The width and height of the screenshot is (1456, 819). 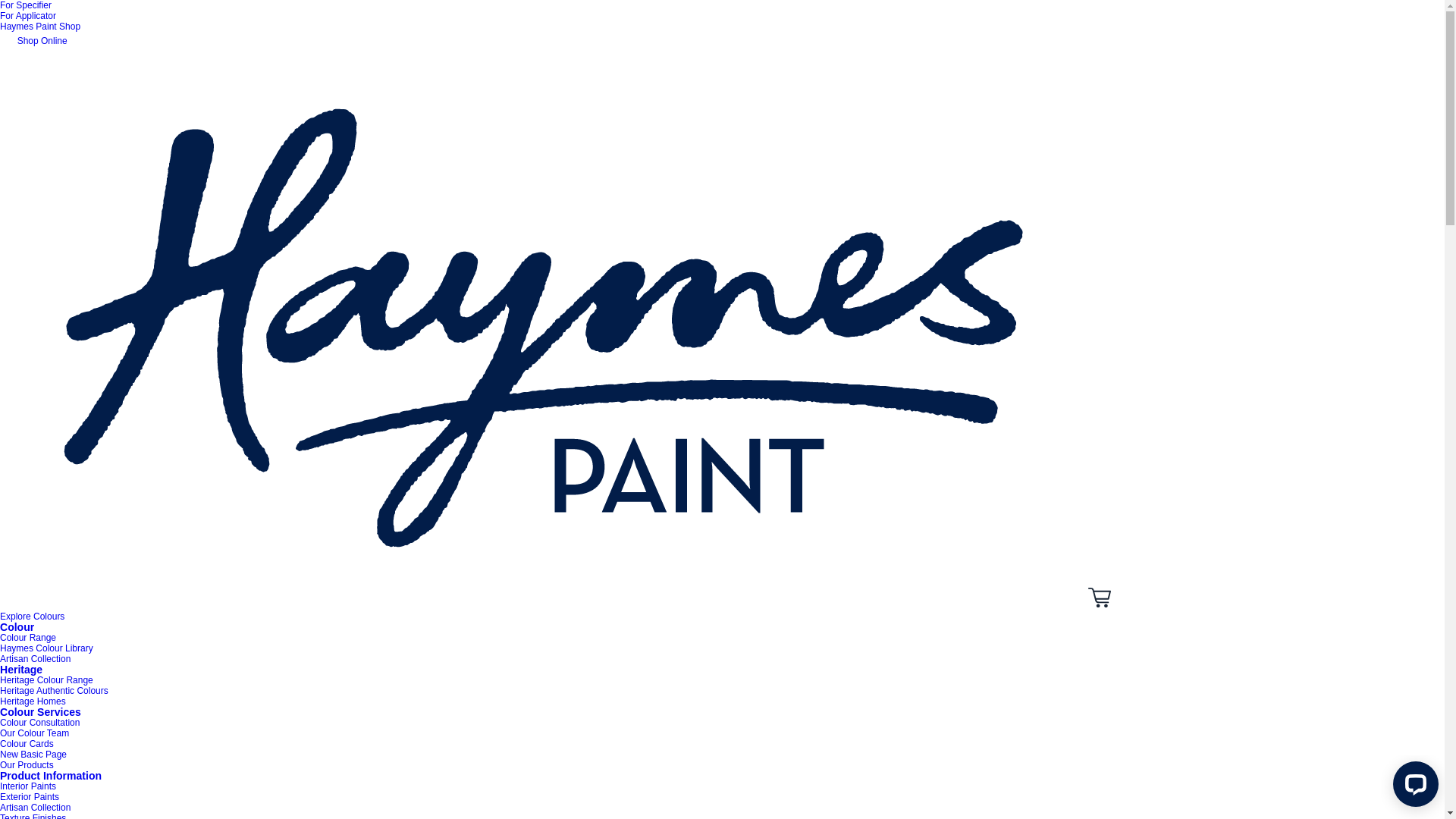 What do you see at coordinates (28, 637) in the screenshot?
I see `'Colour Range'` at bounding box center [28, 637].